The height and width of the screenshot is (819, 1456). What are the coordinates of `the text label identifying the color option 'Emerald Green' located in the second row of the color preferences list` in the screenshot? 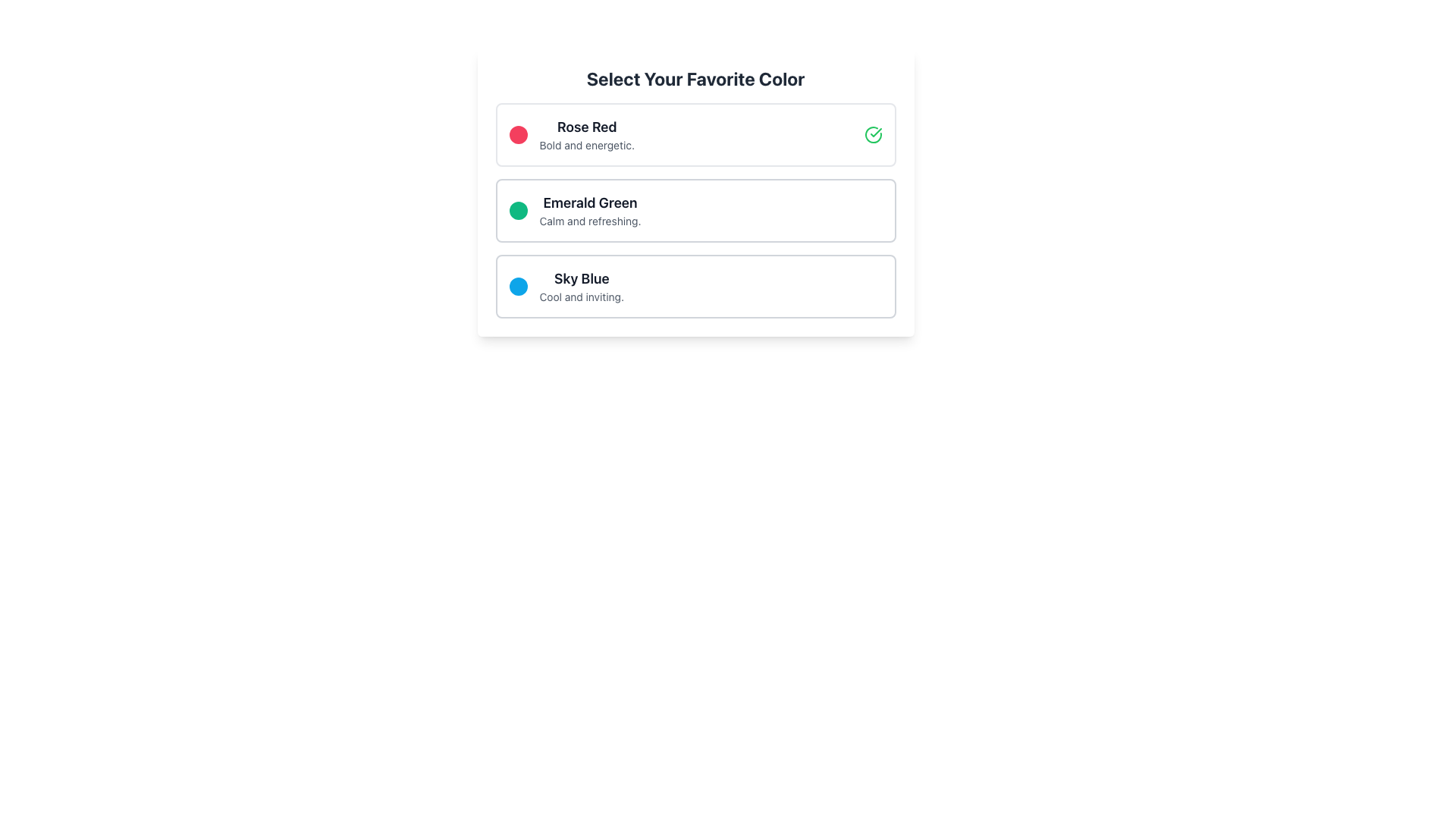 It's located at (589, 202).